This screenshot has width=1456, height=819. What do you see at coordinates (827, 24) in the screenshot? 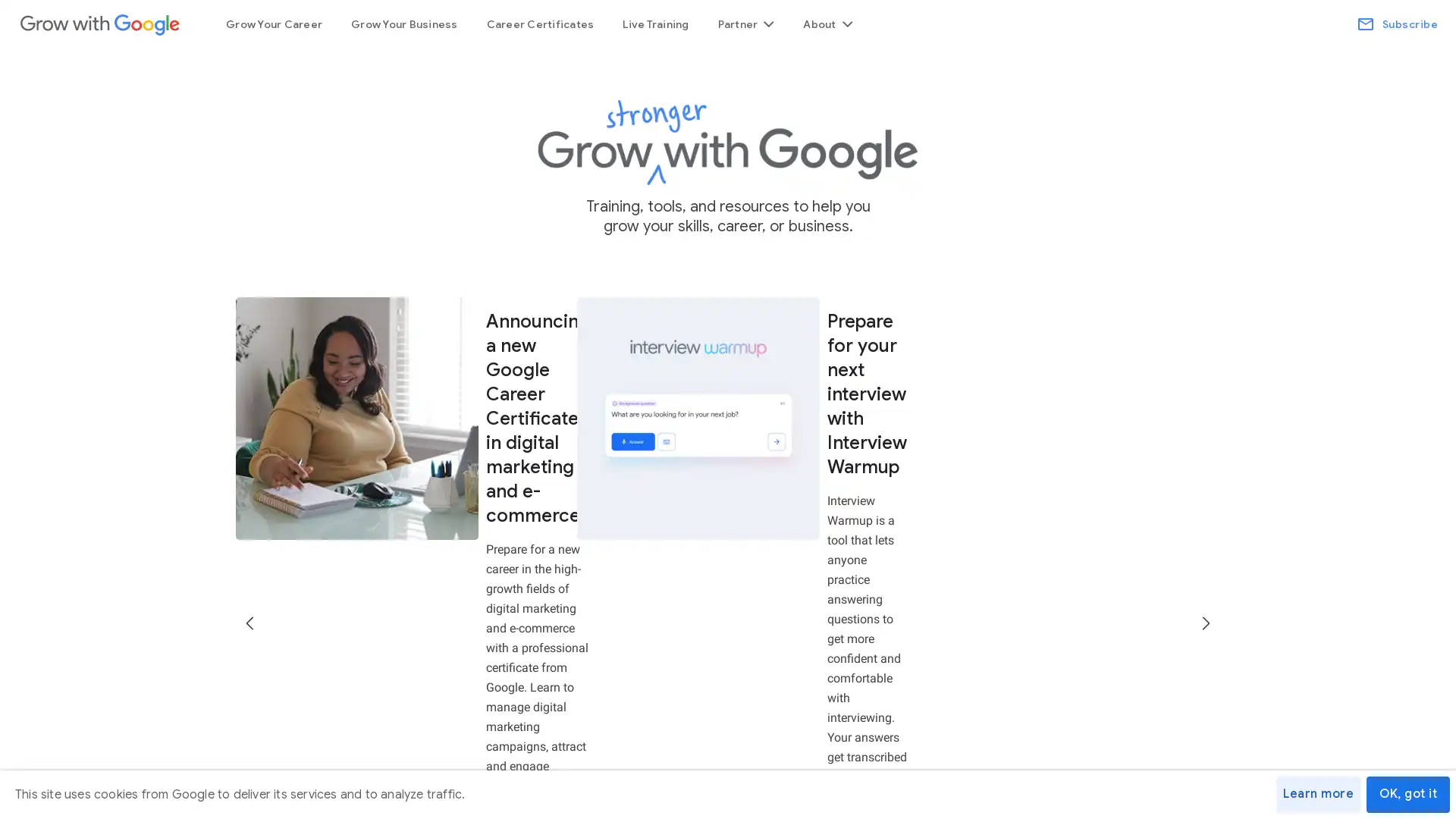
I see `Open programs menu` at bounding box center [827, 24].